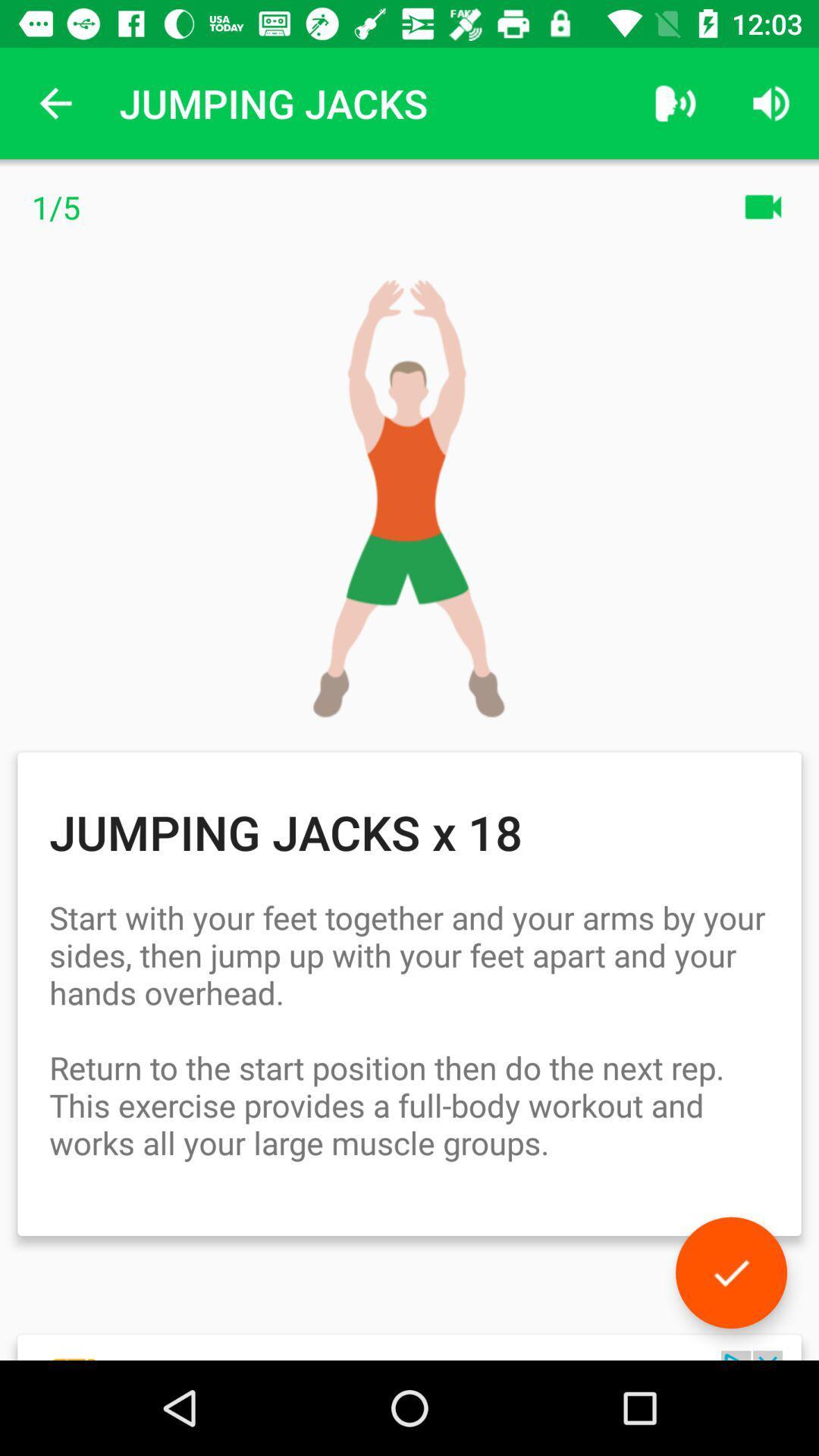 This screenshot has width=819, height=1456. What do you see at coordinates (55, 102) in the screenshot?
I see `the icon at the top left corner` at bounding box center [55, 102].